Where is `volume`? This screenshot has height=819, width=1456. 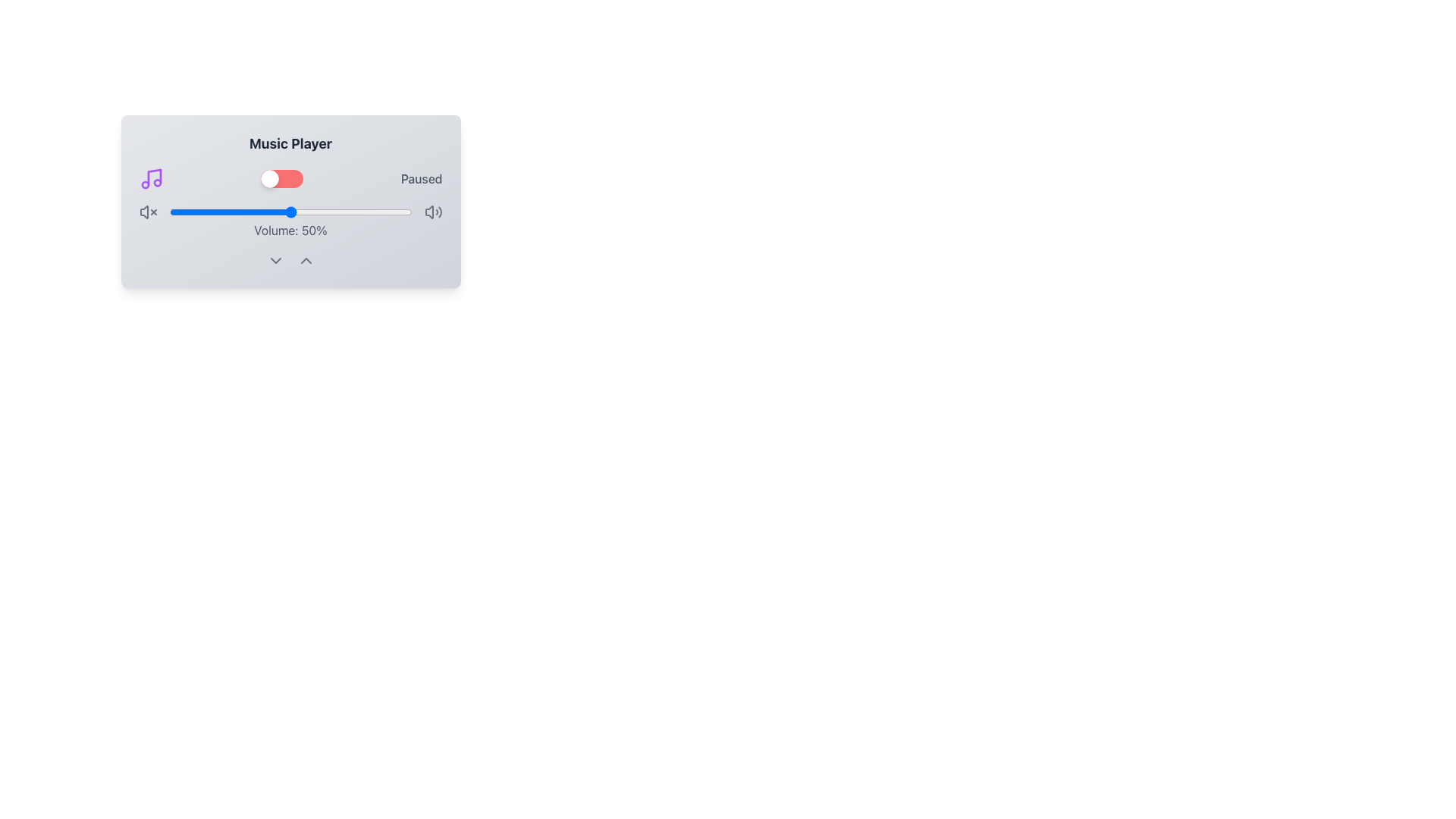 volume is located at coordinates (373, 212).